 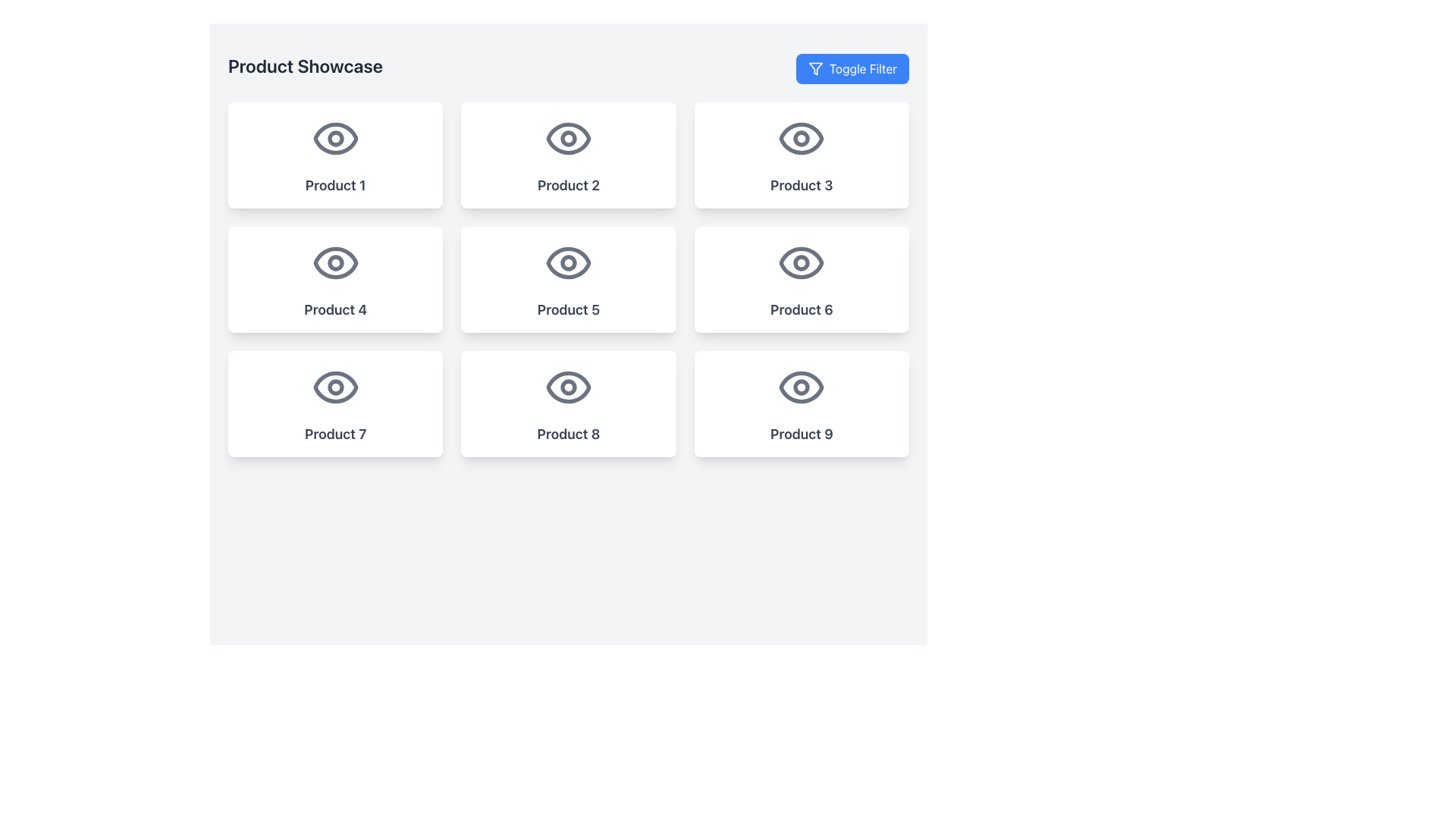 What do you see at coordinates (567, 138) in the screenshot?
I see `the small circular SVG Circle element centered within the eye-shaped icon of the 'Product 2' section in the product showcase grid` at bounding box center [567, 138].